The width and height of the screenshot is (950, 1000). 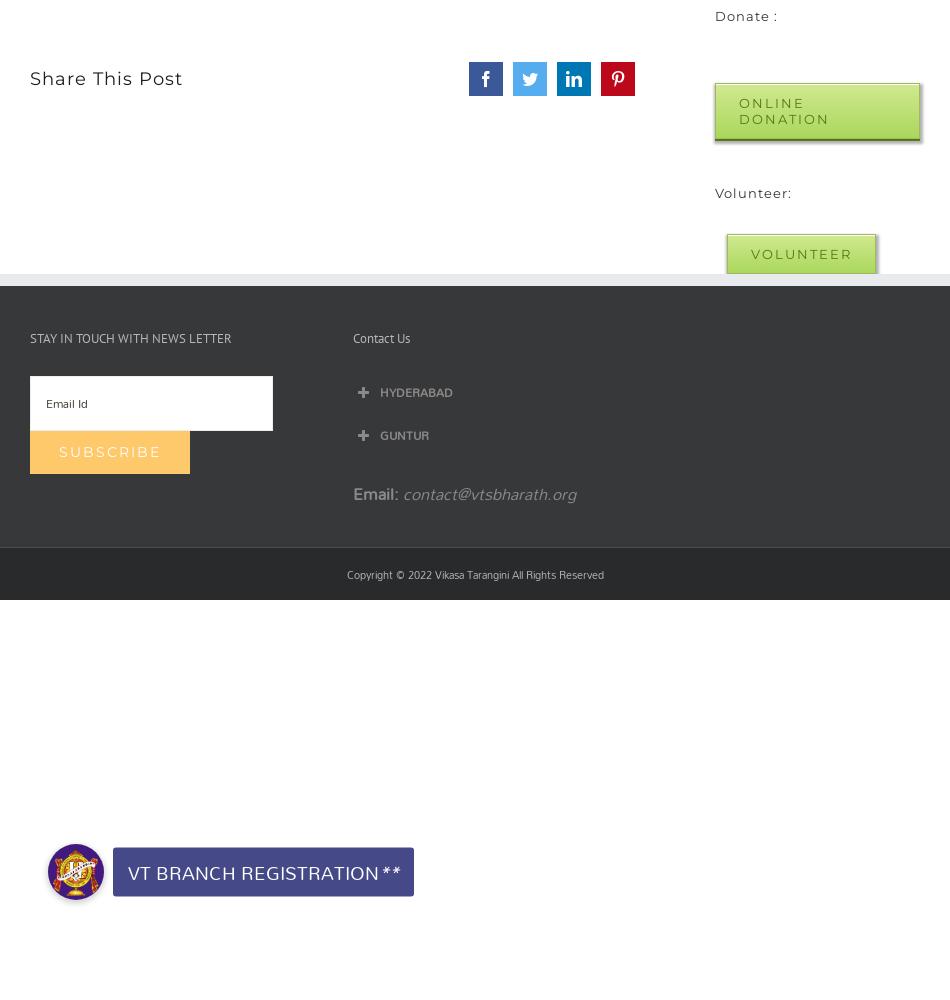 I want to click on 'GUNTUR', so click(x=403, y=435).